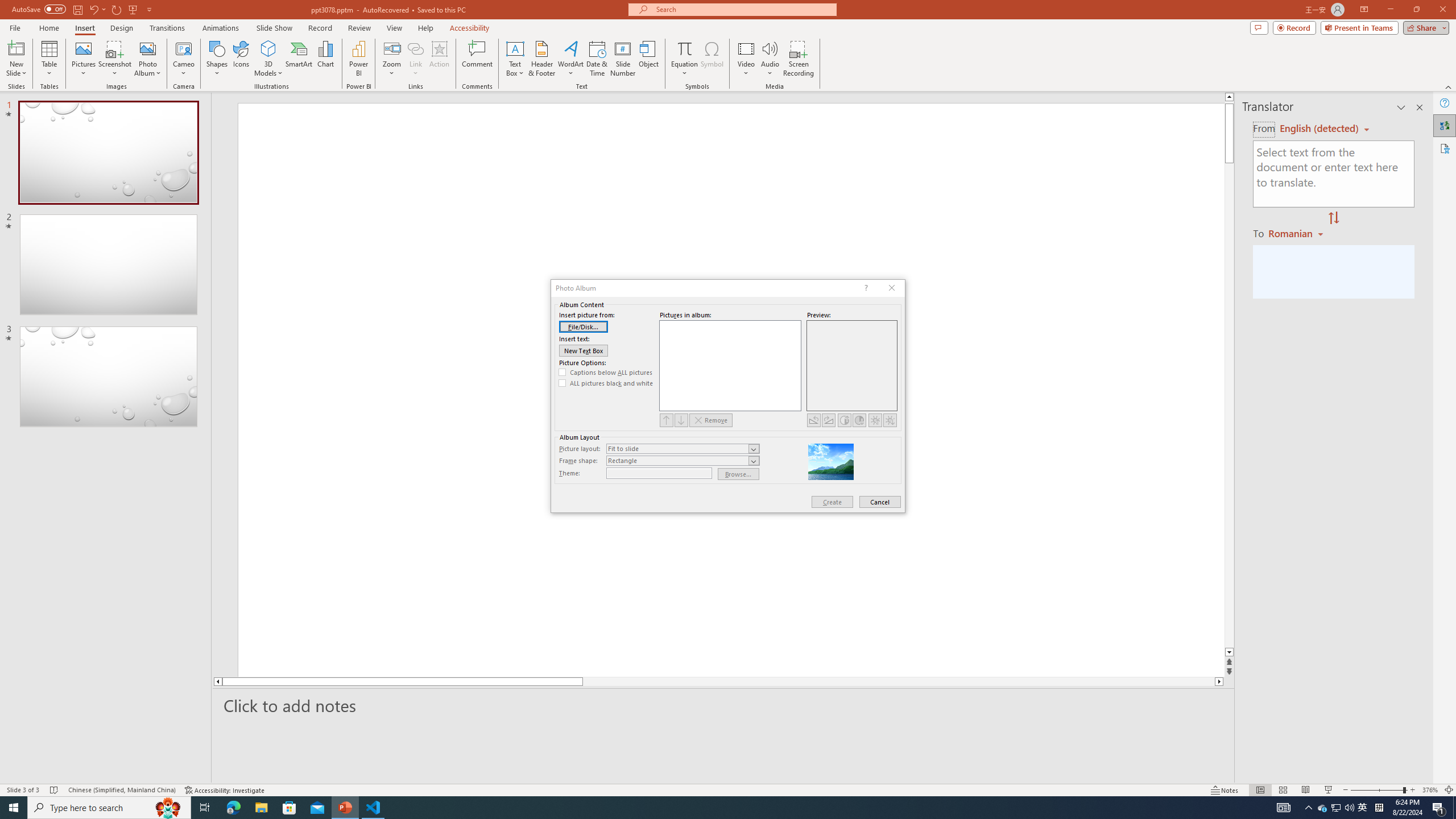  I want to click on 'New Photo Album...', so click(147, 48).